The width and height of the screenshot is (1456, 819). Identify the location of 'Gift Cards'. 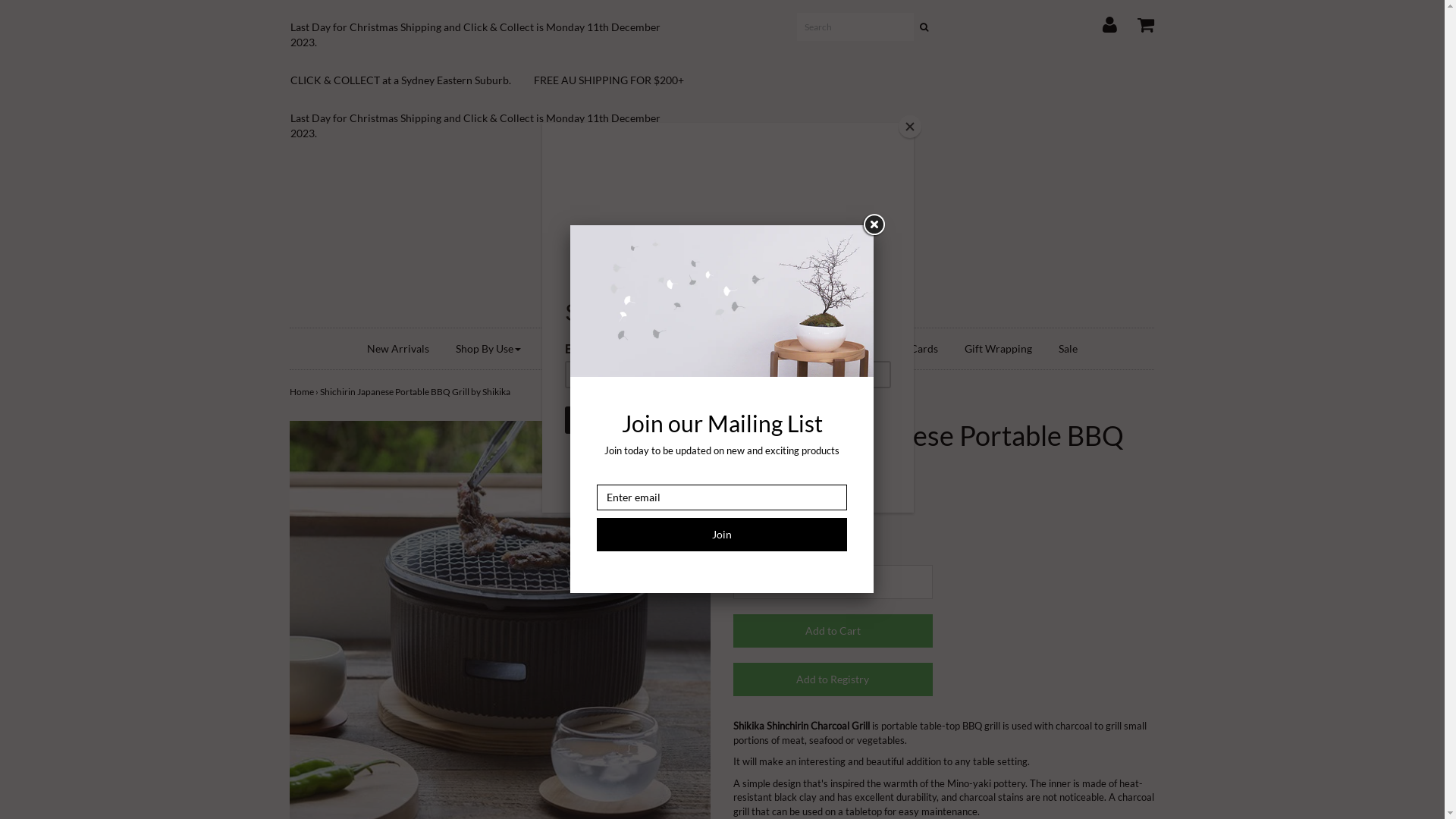
(877, 348).